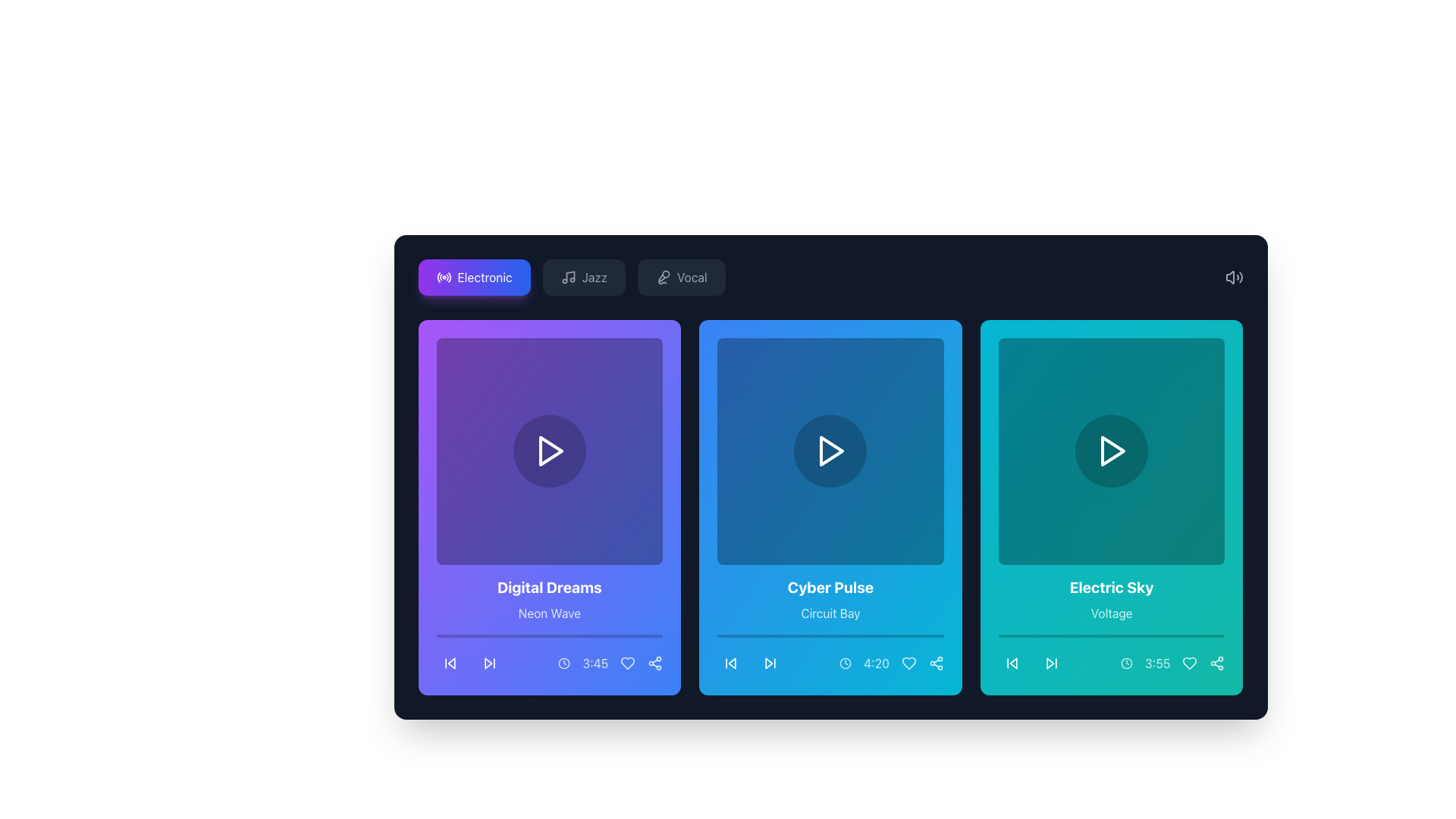 This screenshot has height=819, width=1456. Describe the element at coordinates (908, 662) in the screenshot. I see `the heart-shaped icon to like or mark the song 'Cyber Pulse' by 'Circuit Bay' as a favorite` at that location.